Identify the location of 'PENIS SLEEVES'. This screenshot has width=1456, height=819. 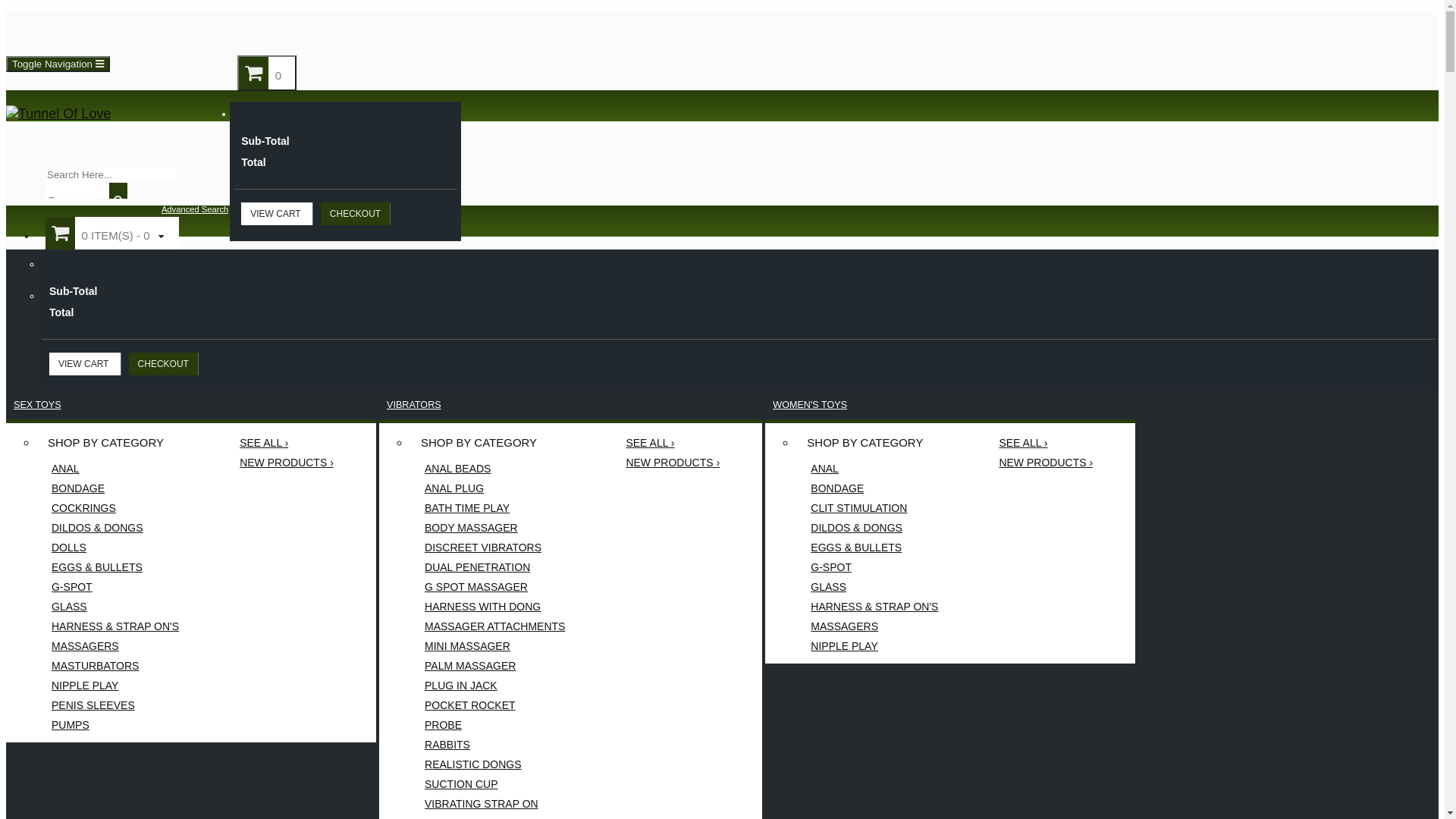
(115, 704).